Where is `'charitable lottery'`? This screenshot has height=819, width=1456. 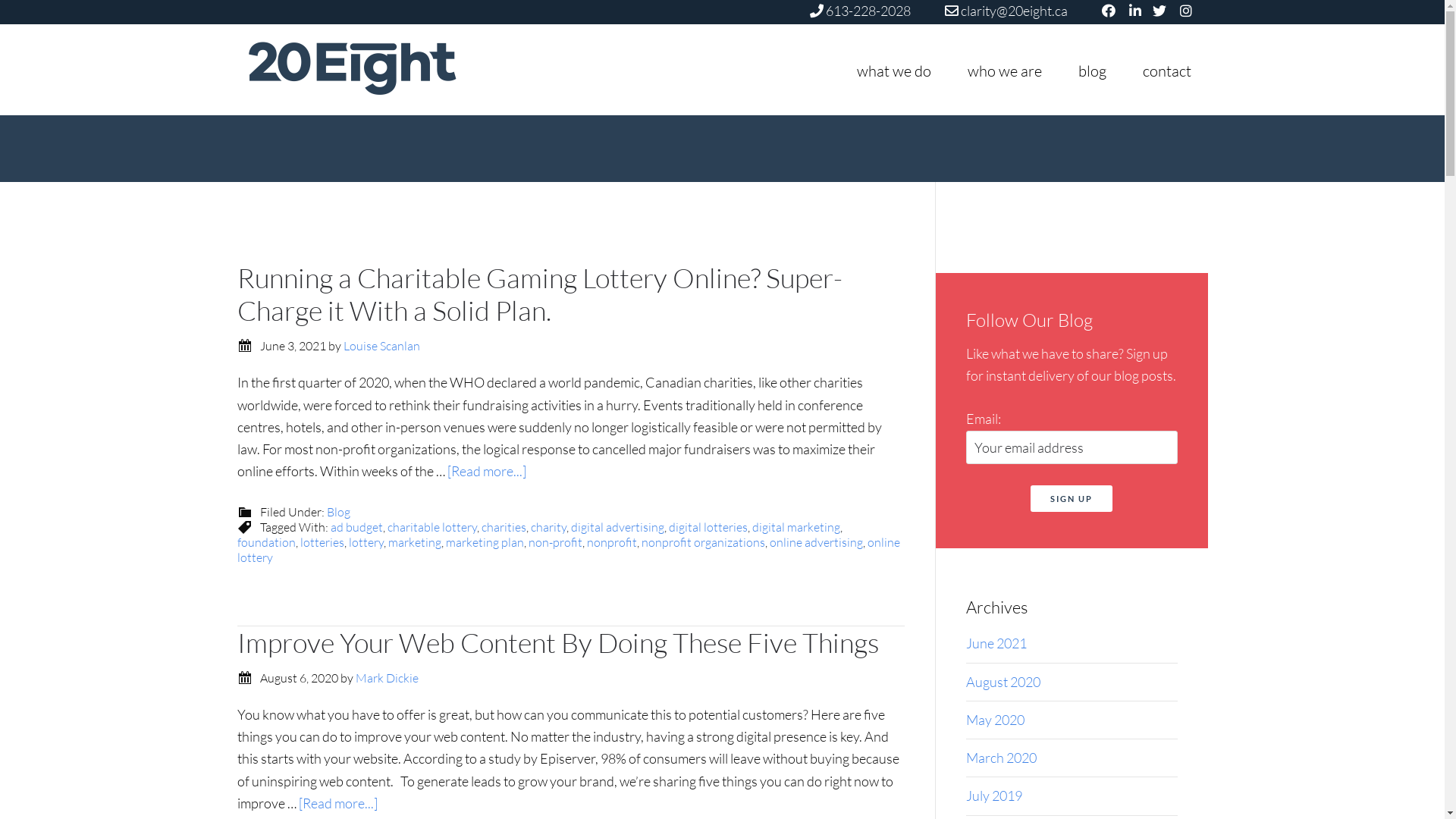 'charitable lottery' is located at coordinates (431, 526).